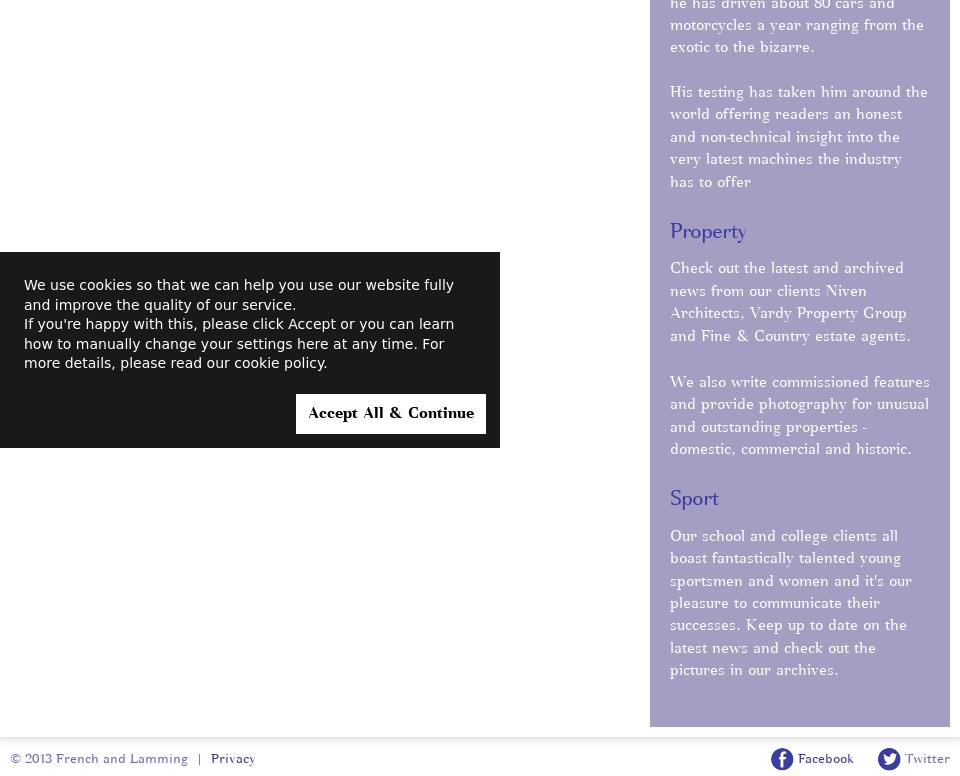 This screenshot has width=960, height=776. What do you see at coordinates (234, 352) in the screenshot?
I see `'at any time. For more details, please read our'` at bounding box center [234, 352].